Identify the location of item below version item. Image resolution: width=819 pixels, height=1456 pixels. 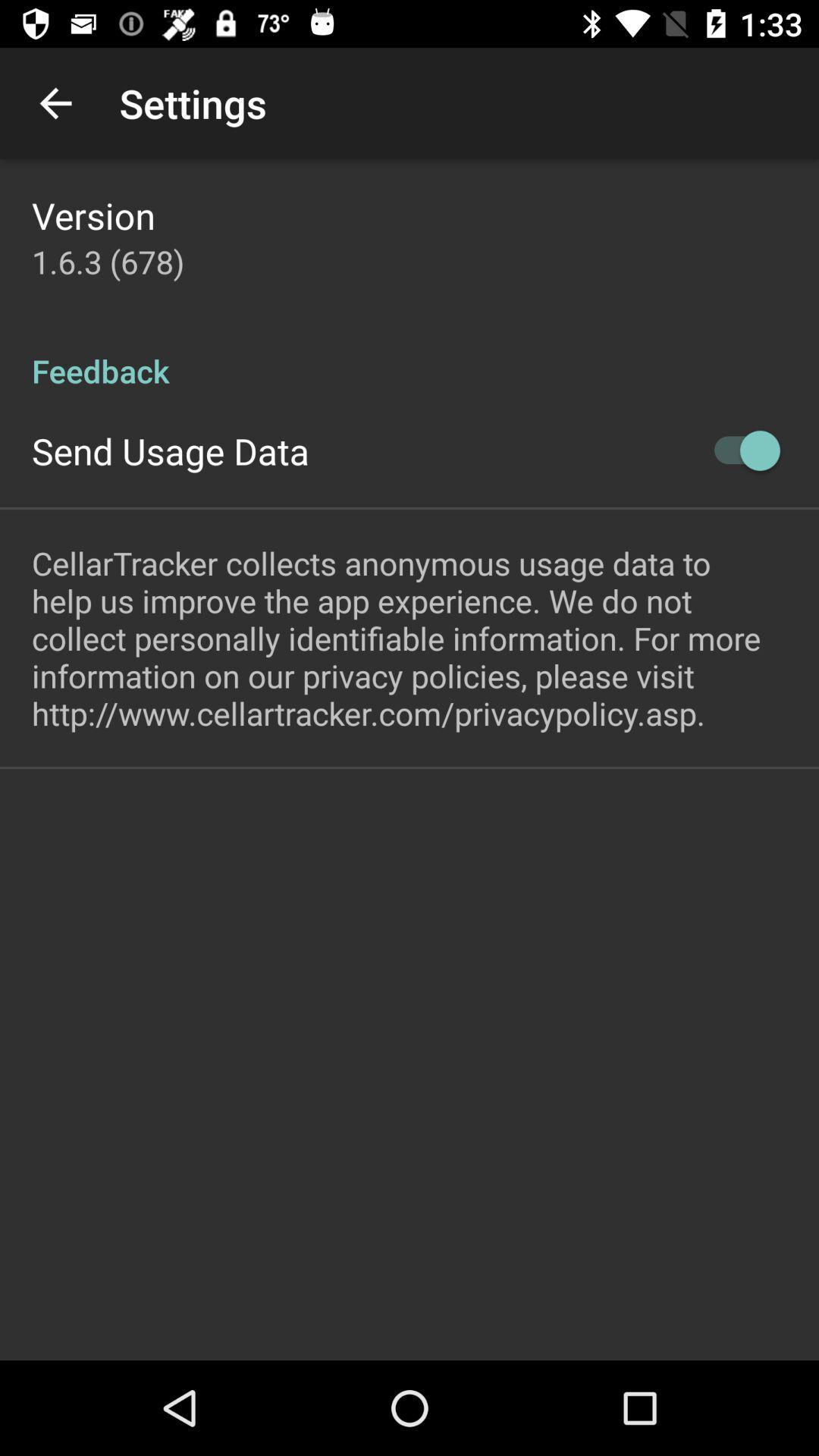
(107, 262).